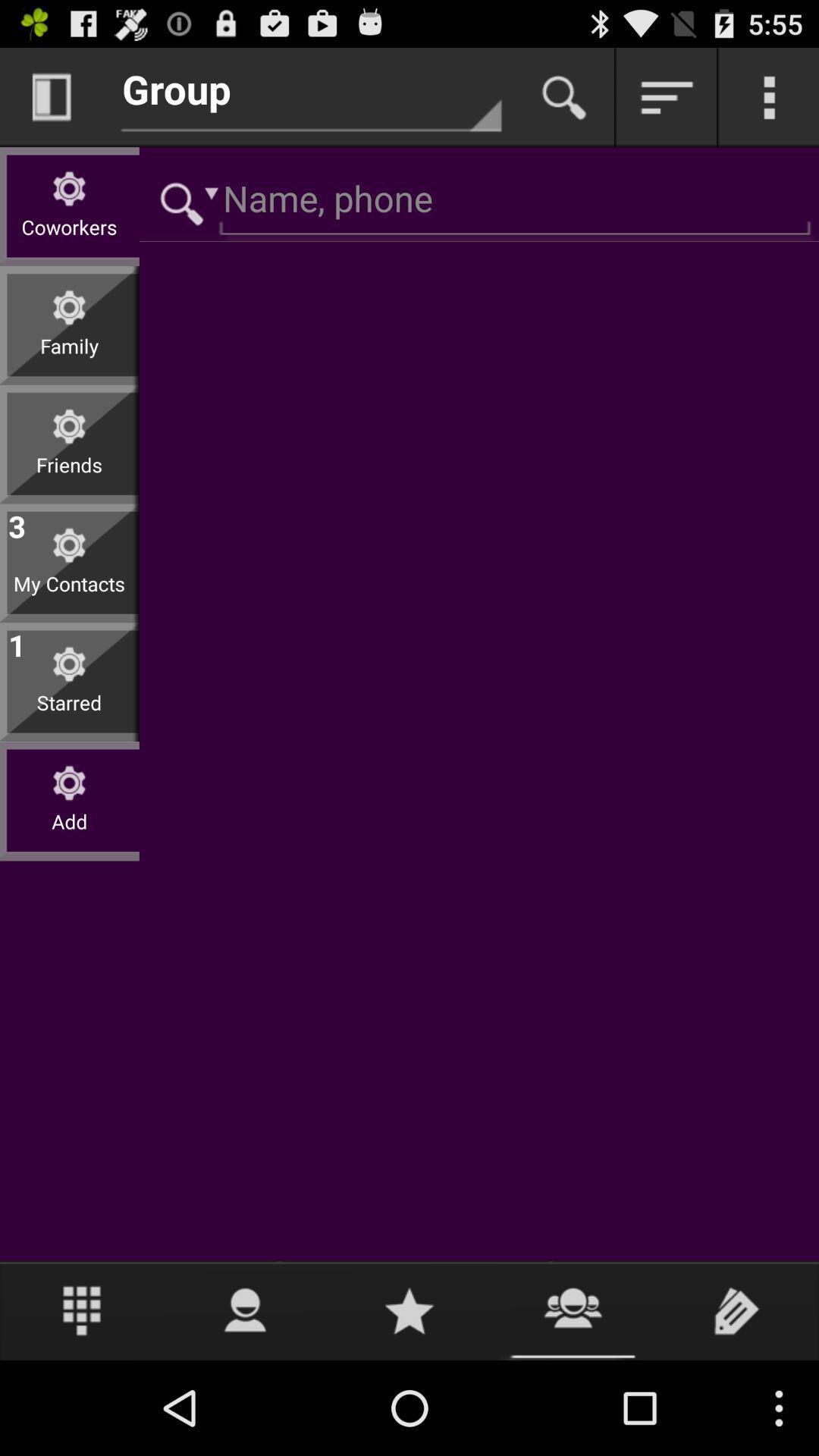  What do you see at coordinates (69, 357) in the screenshot?
I see `the family icon` at bounding box center [69, 357].